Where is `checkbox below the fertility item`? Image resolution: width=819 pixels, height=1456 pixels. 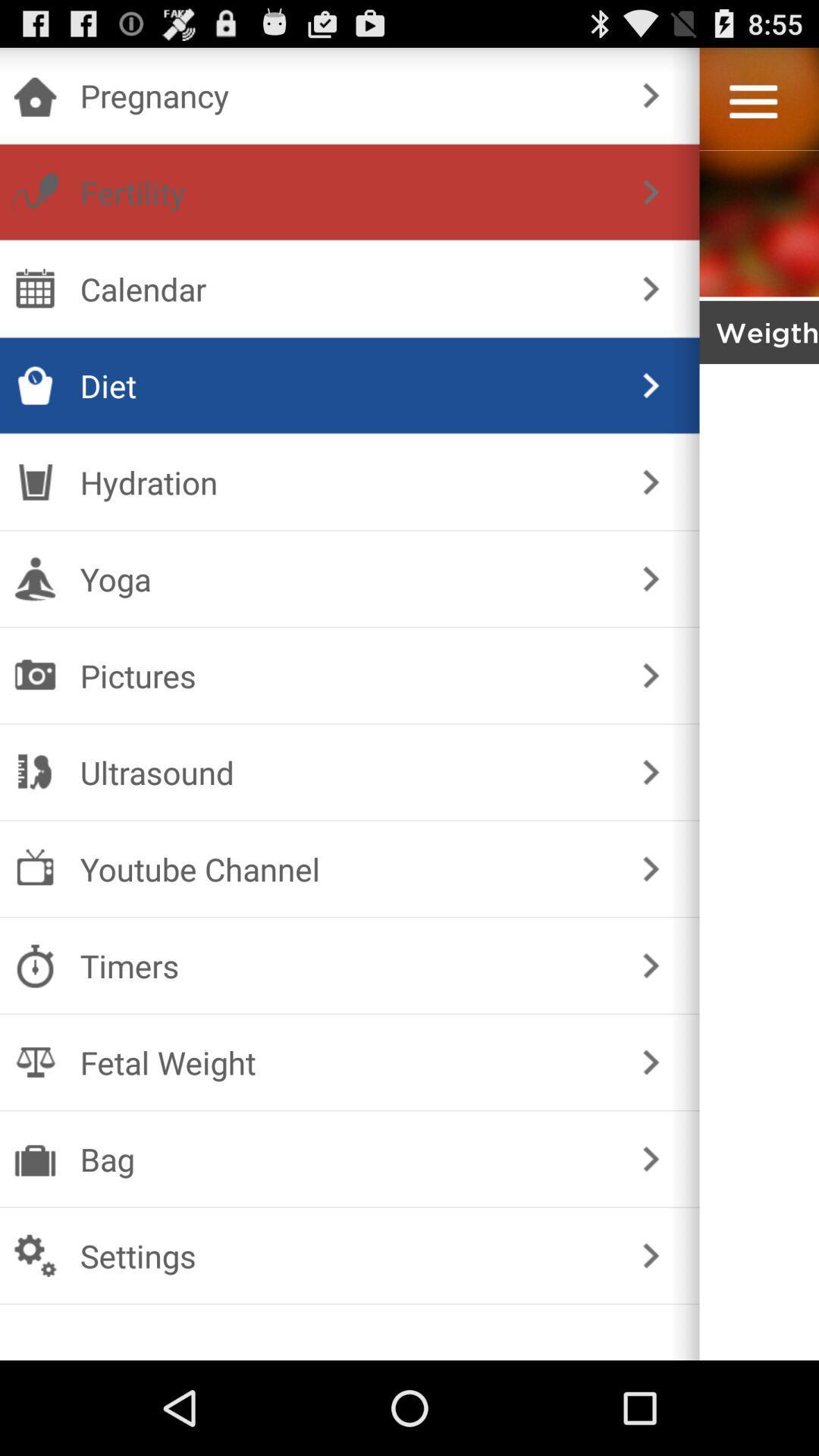 checkbox below the fertility item is located at coordinates (347, 288).